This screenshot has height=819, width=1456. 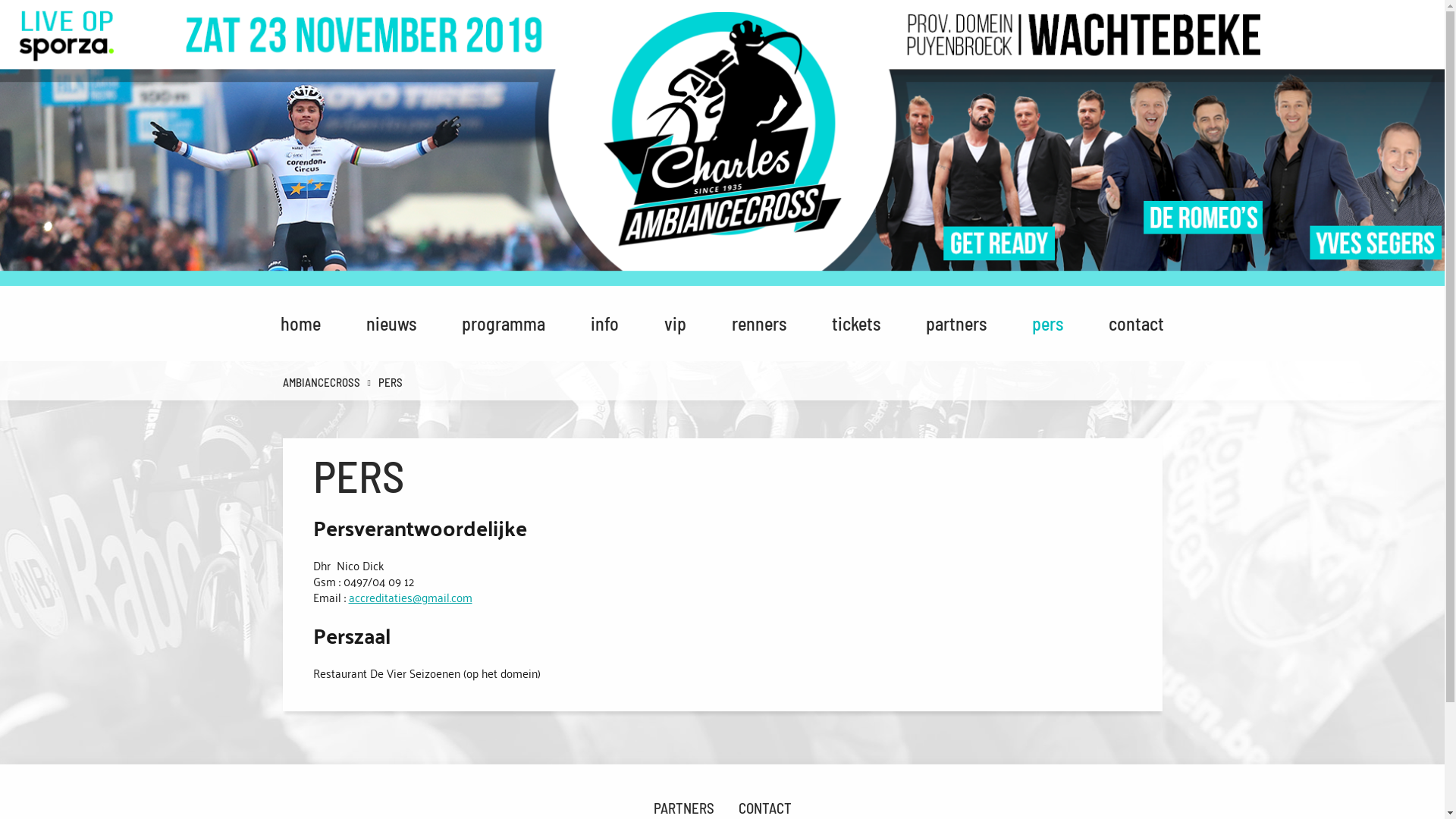 I want to click on 'programma', so click(x=450, y=322).